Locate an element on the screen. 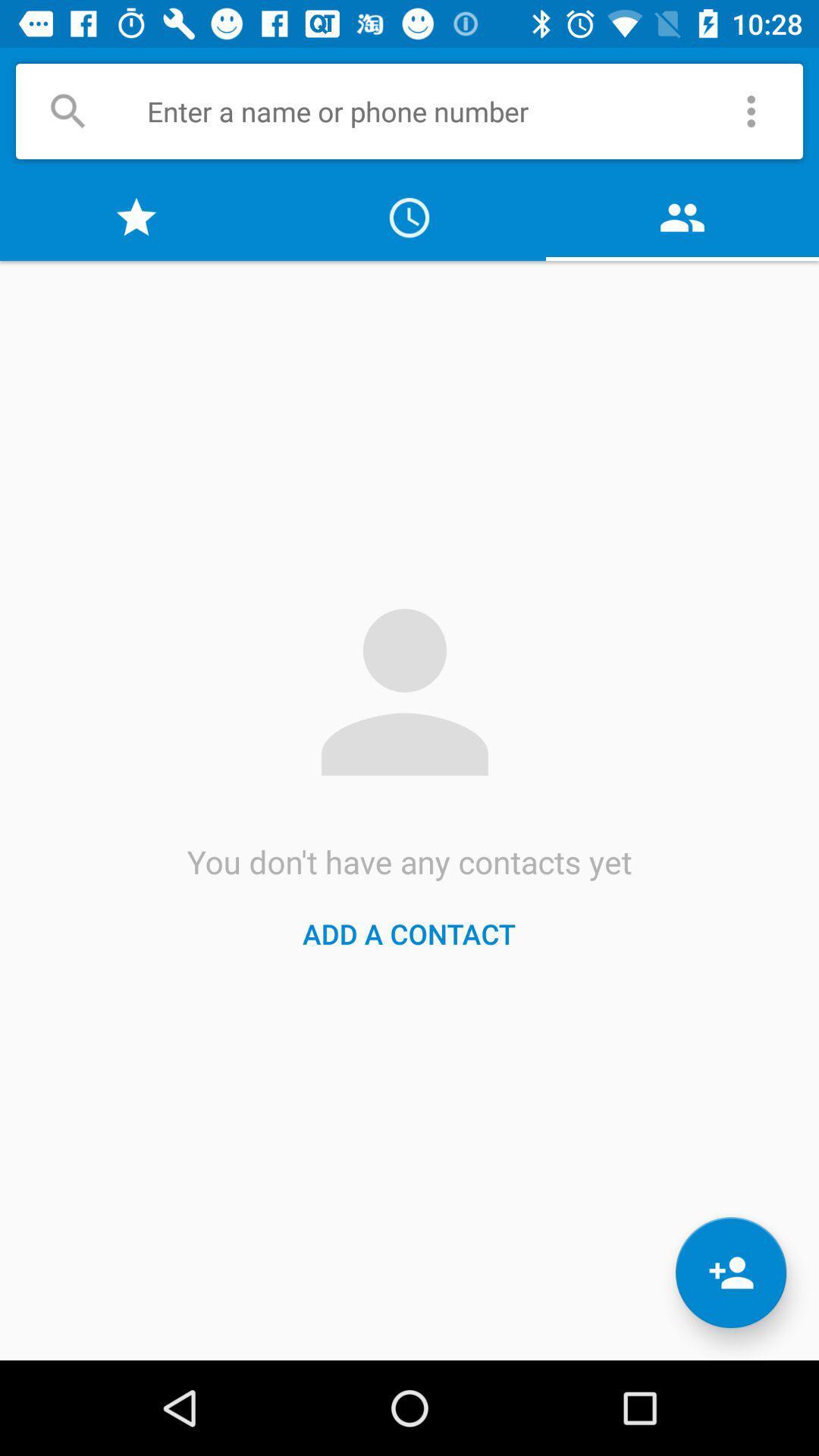  the follow icon is located at coordinates (730, 1272).